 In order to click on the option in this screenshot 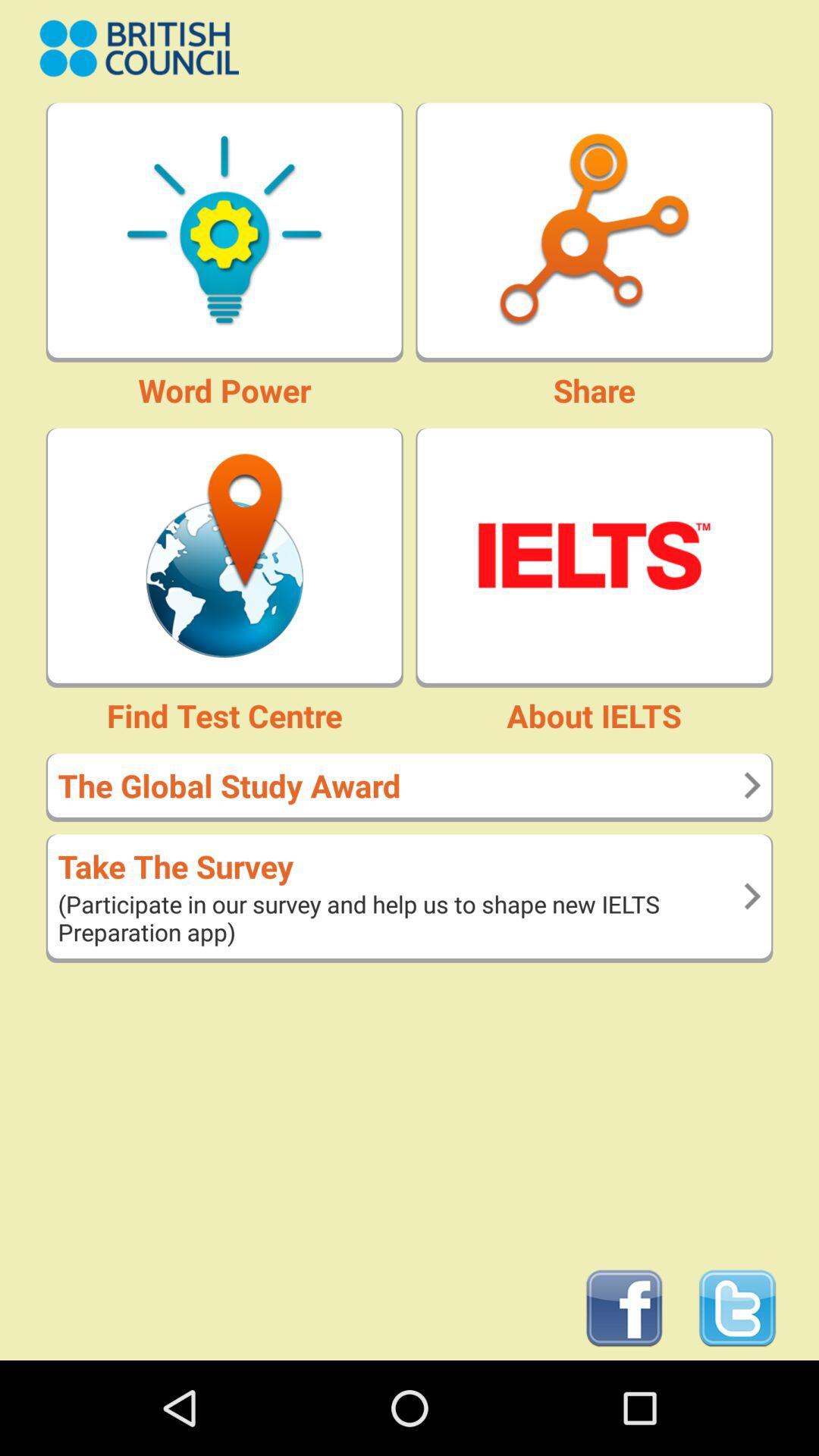, I will do `click(593, 554)`.